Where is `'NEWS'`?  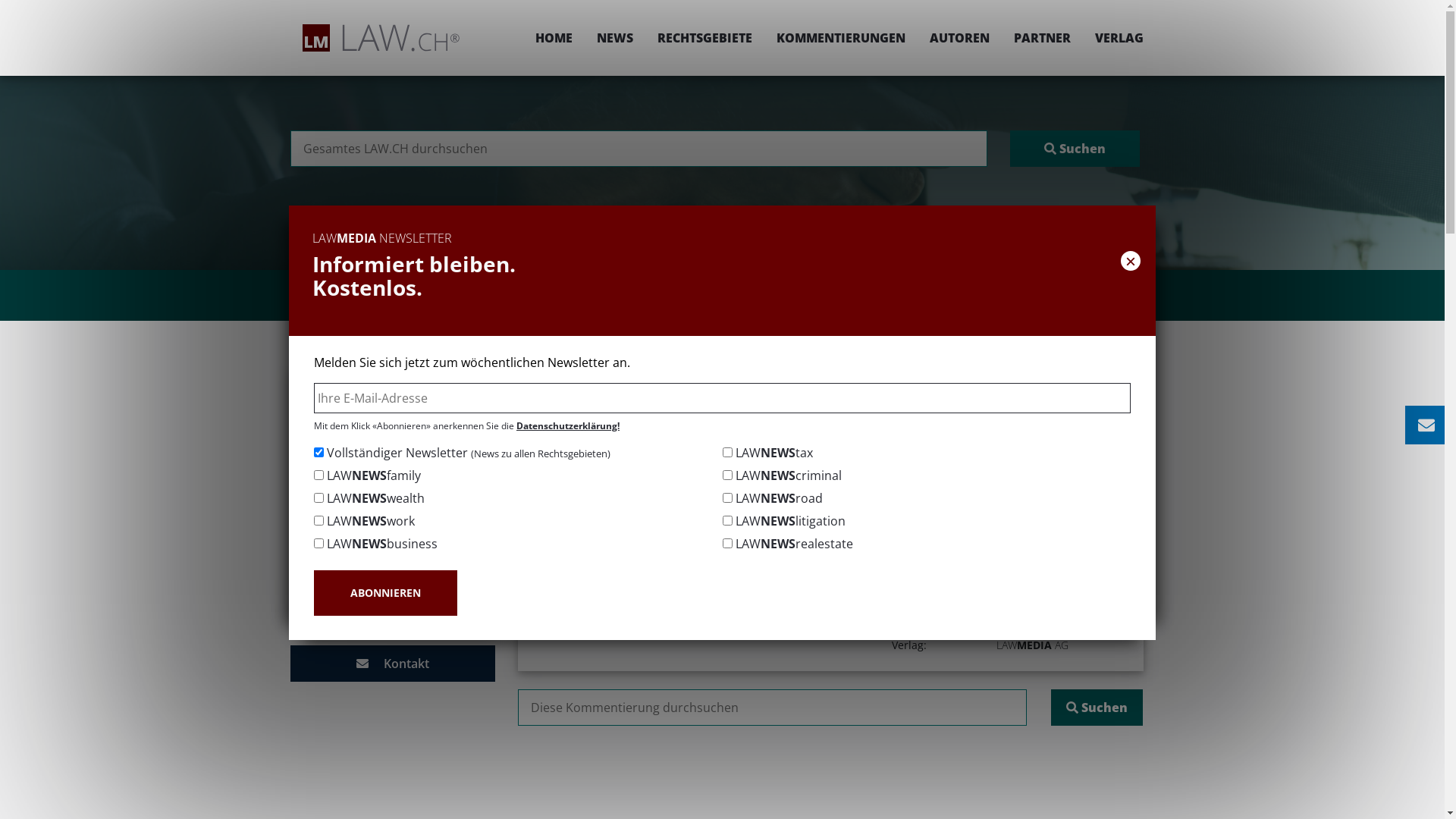
'NEWS' is located at coordinates (614, 37).